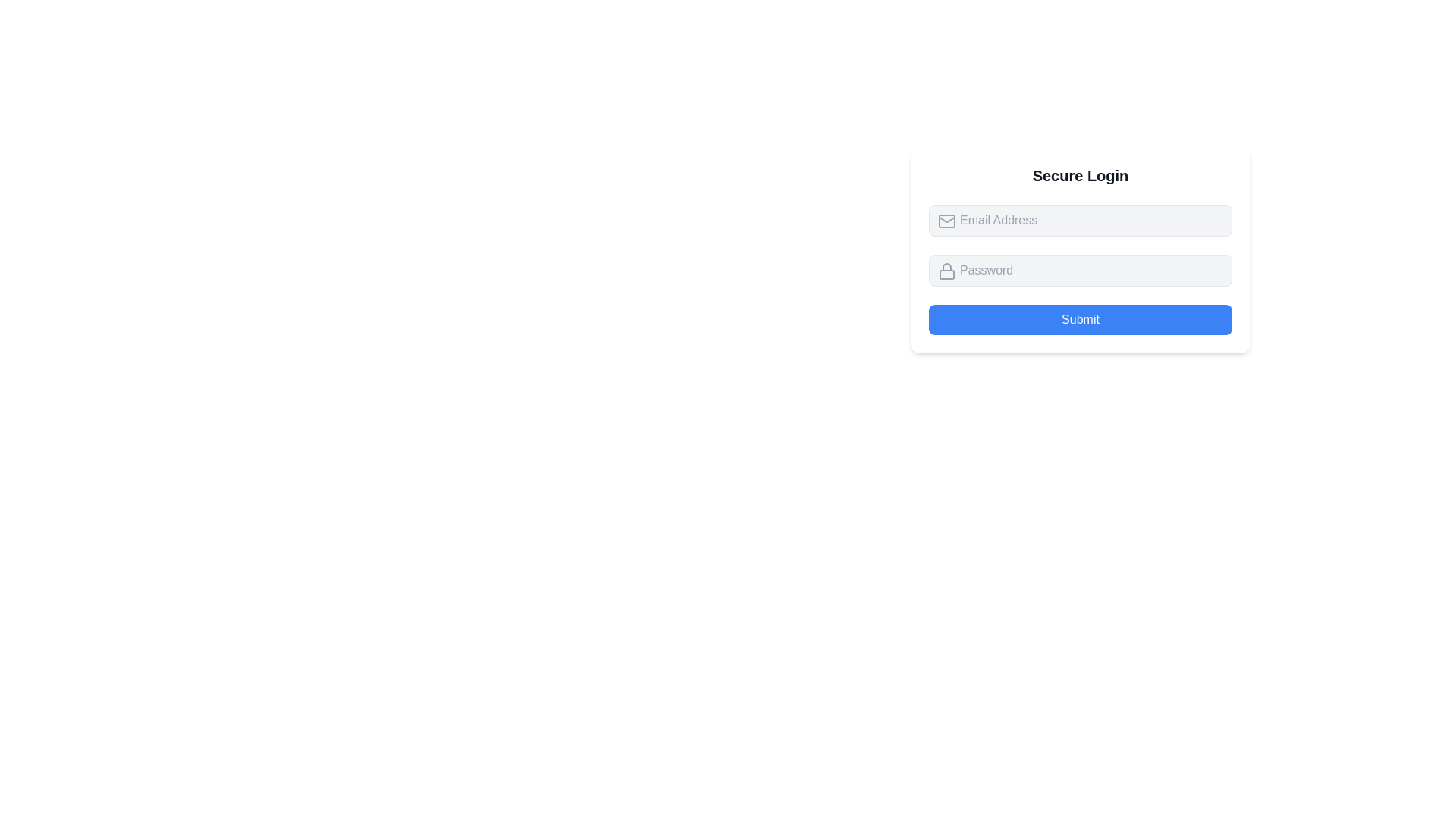  Describe the element at coordinates (1080, 249) in the screenshot. I see `the Password input field located below the Email Address field and above the Submit button` at that location.